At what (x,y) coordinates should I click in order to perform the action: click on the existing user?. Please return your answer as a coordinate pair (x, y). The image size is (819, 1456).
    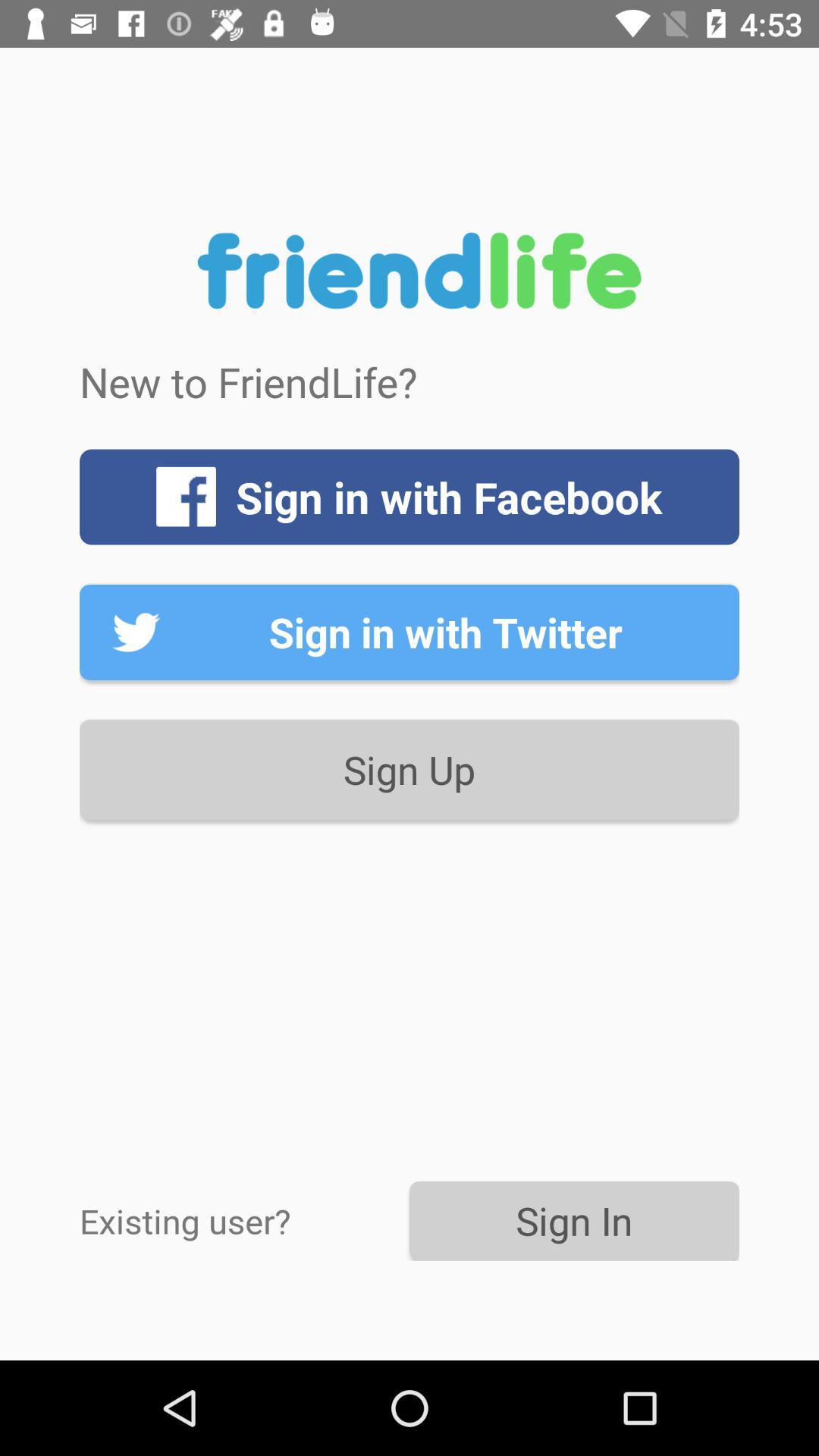
    Looking at the image, I should click on (243, 1220).